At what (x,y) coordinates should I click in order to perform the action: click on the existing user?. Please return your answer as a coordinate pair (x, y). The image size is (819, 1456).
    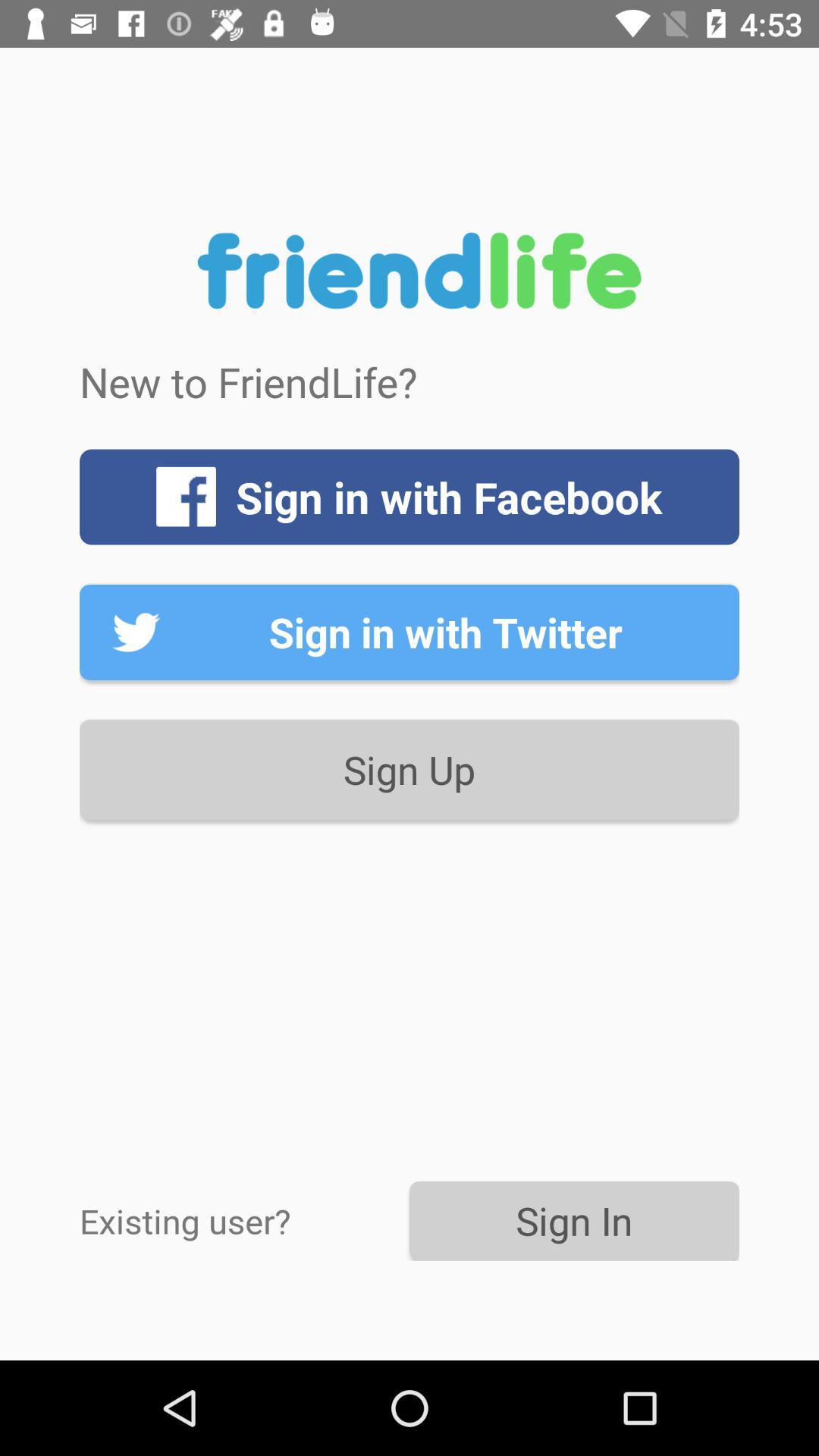
    Looking at the image, I should click on (243, 1220).